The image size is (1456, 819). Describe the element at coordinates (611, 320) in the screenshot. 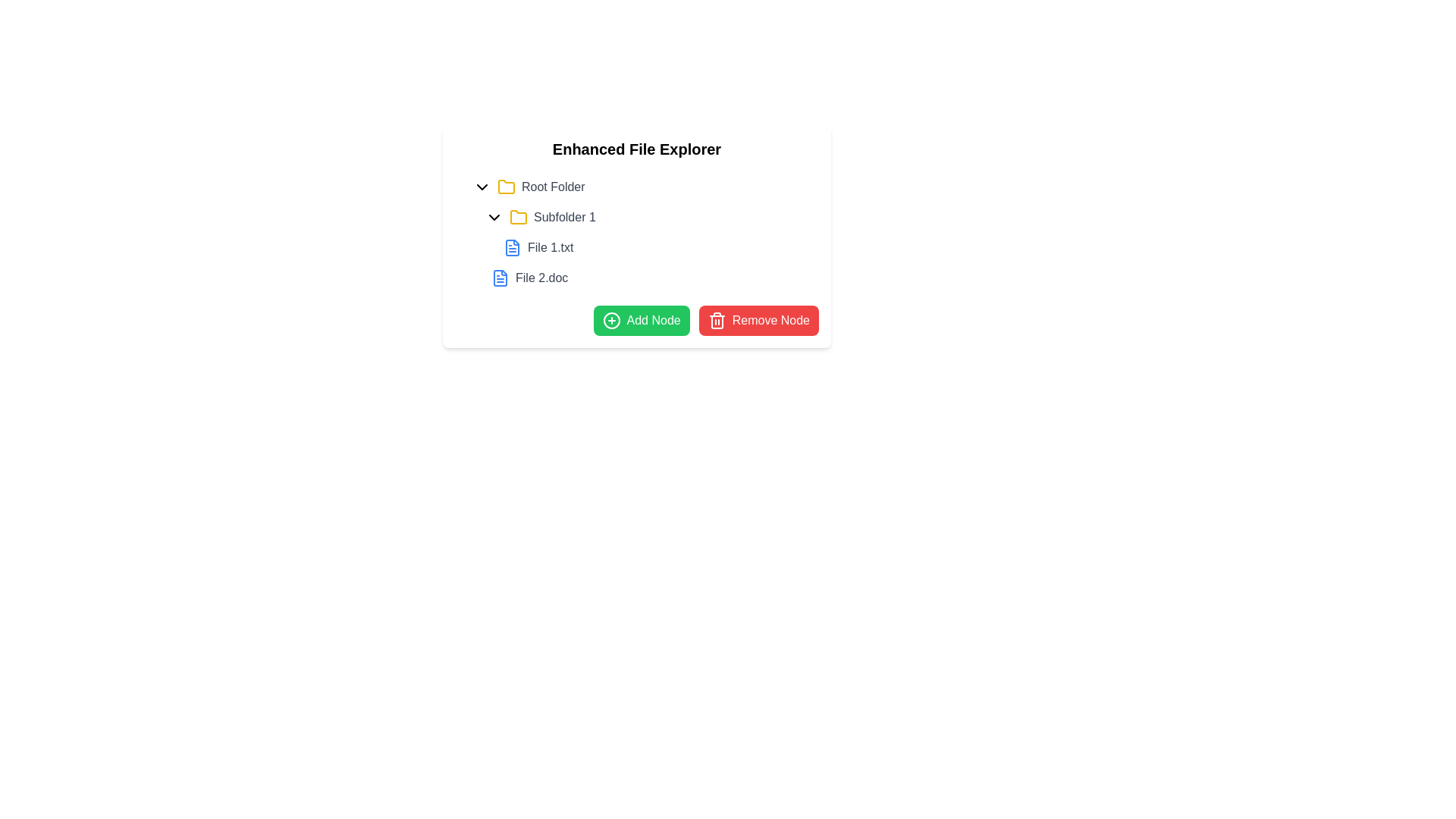

I see `the green rounded rectangular button labeled 'Add Node', which contains the SVG icon for adding a new node` at that location.